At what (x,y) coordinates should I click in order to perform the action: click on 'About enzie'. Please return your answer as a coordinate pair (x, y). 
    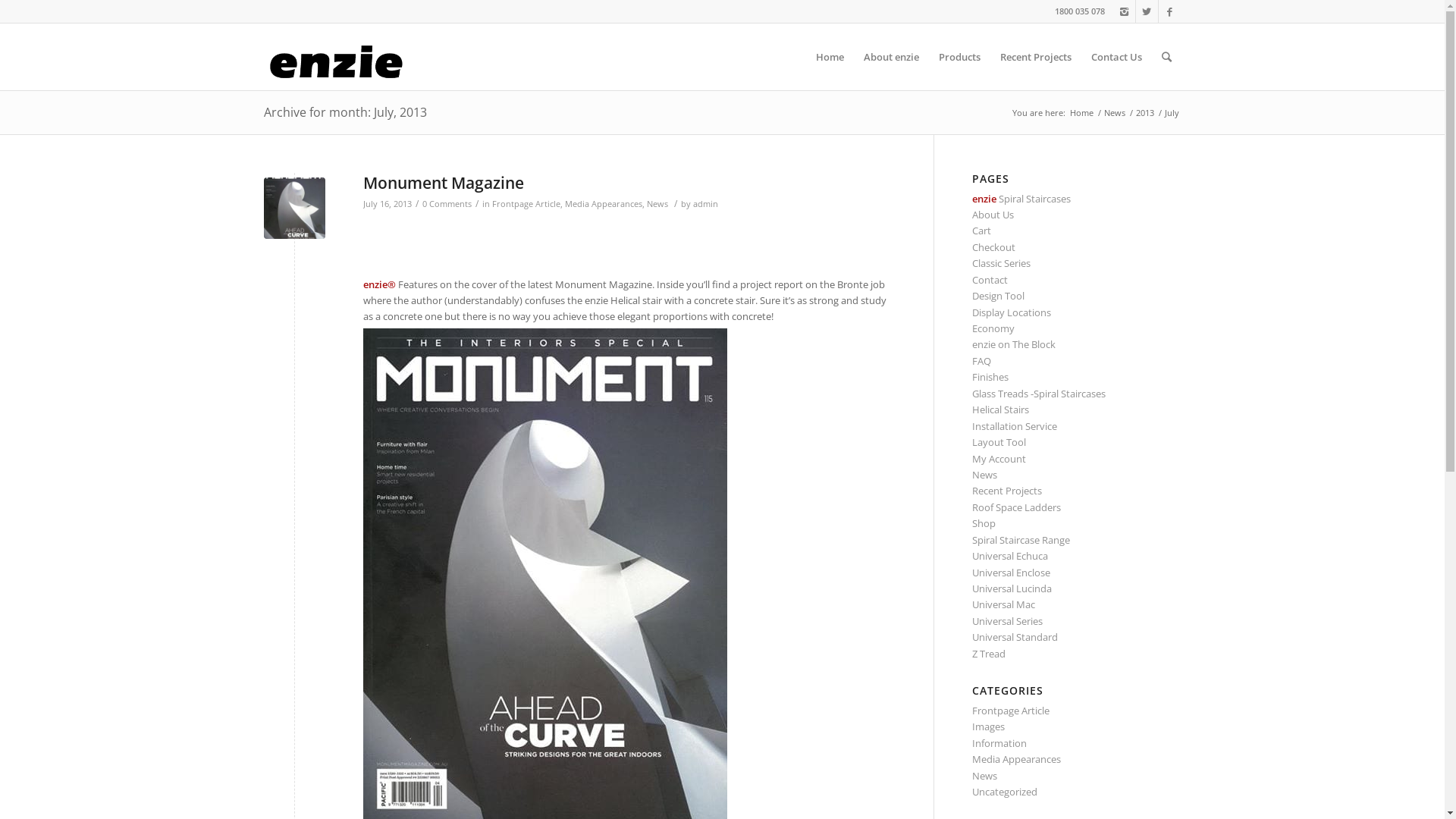
    Looking at the image, I should click on (891, 55).